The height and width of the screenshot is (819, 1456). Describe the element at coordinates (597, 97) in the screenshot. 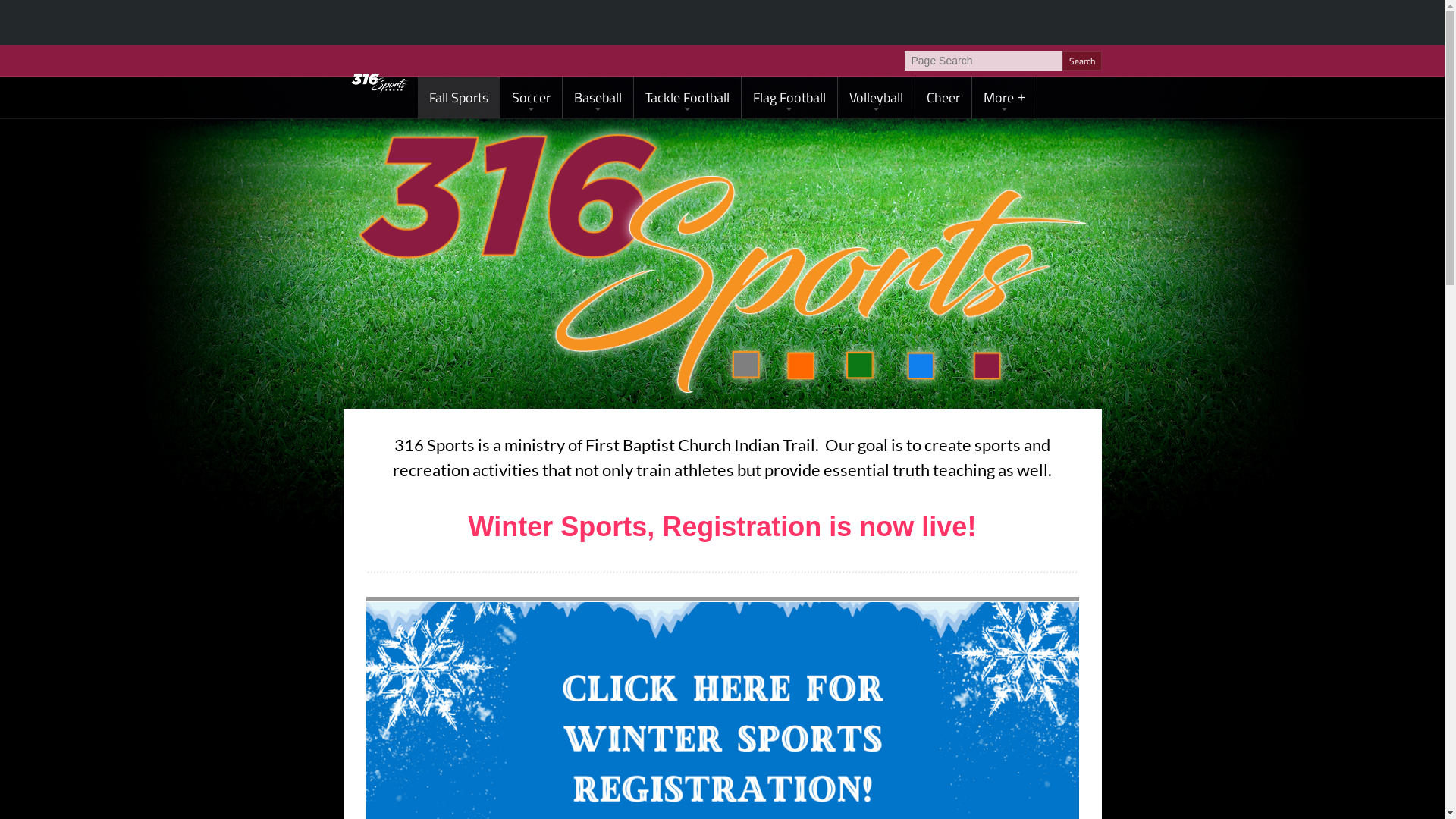

I see `'Baseball'` at that location.